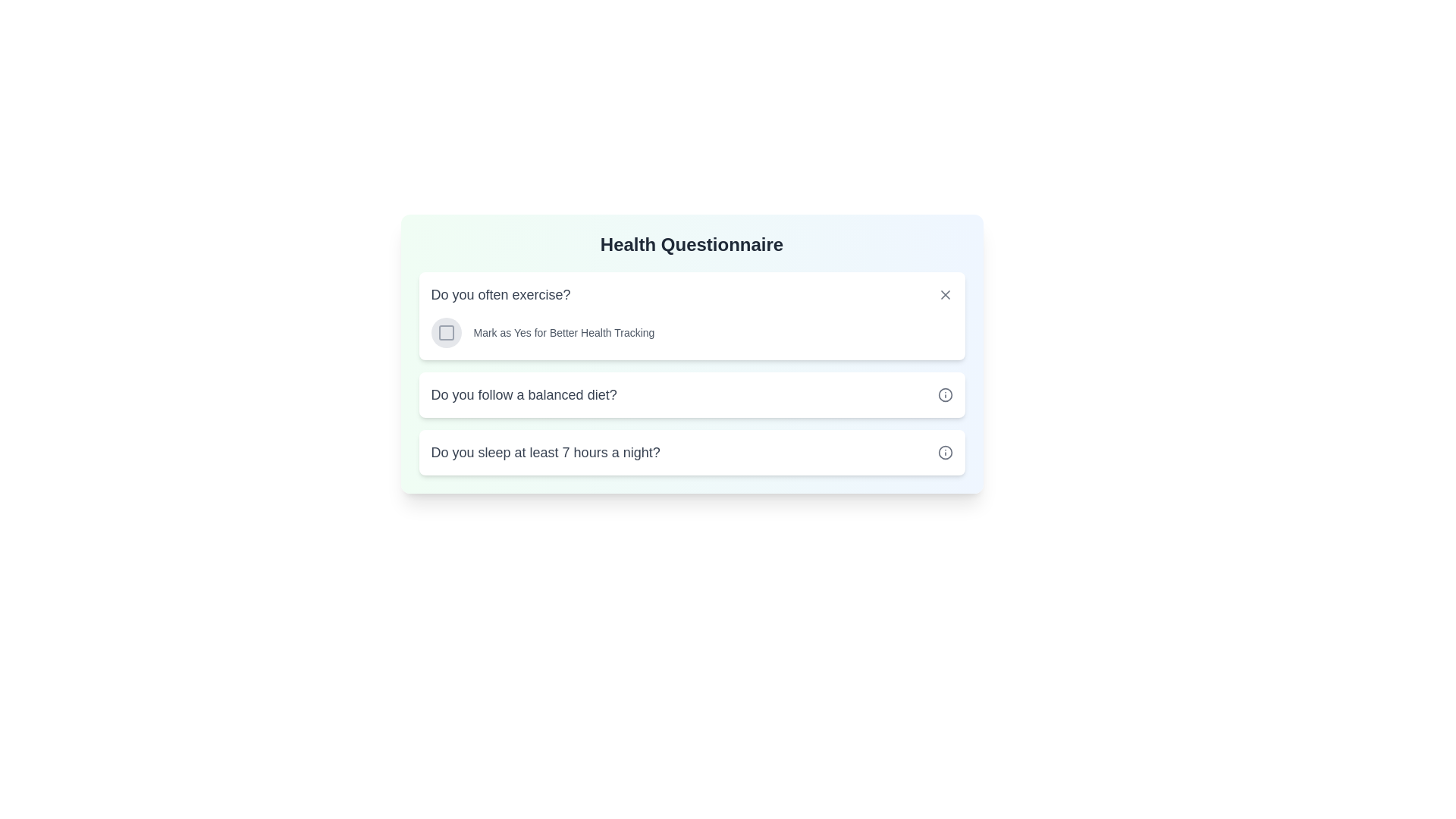  I want to click on the 'Health Questionnaire' Label, which is a bold, large text in dark gray color positioned at the top of a health-related questions section, so click(691, 244).